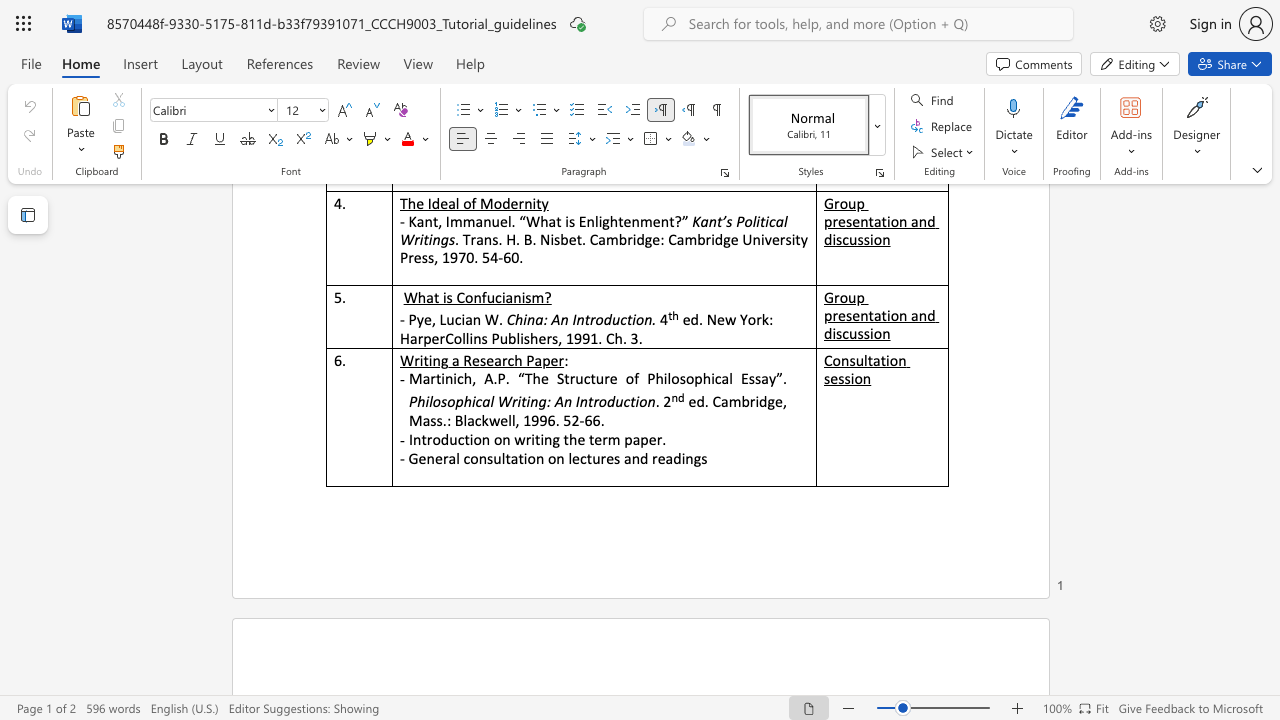 The width and height of the screenshot is (1280, 720). Describe the element at coordinates (656, 438) in the screenshot. I see `the subset text "r." within the text "Introduction on writing the term paper."` at that location.